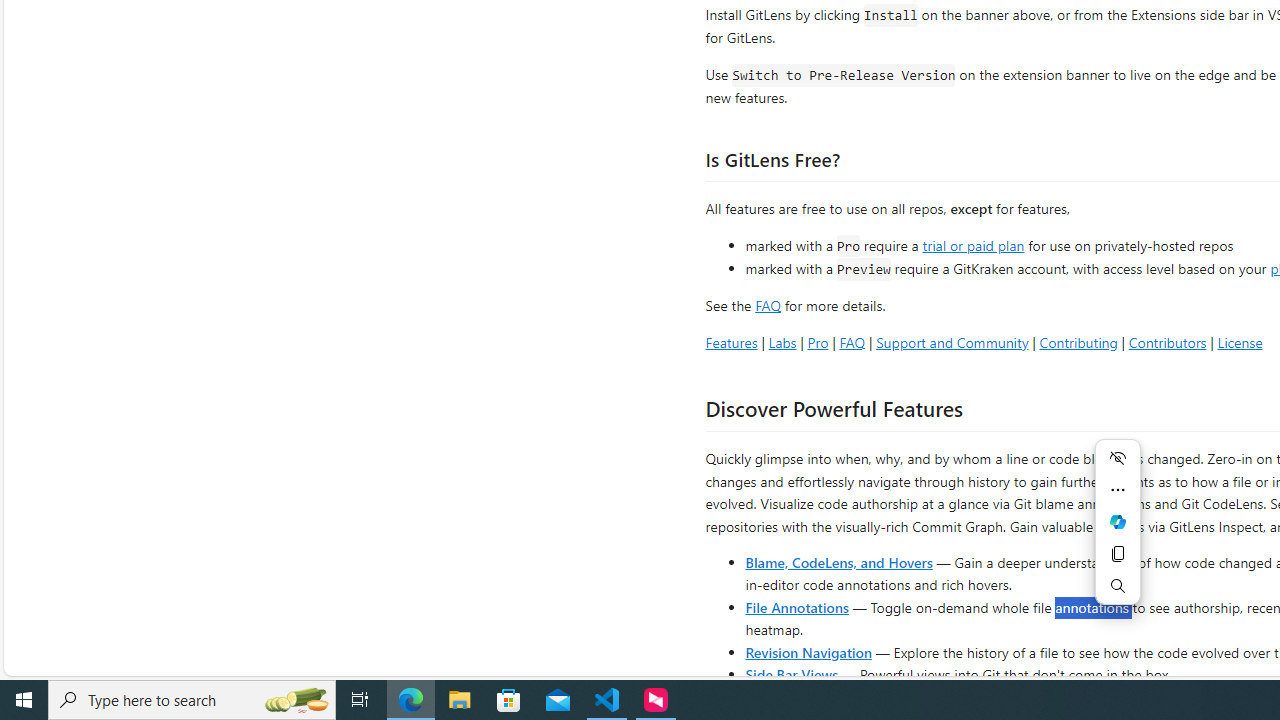 This screenshot has width=1280, height=720. Describe the element at coordinates (730, 341) in the screenshot. I see `'Features'` at that location.